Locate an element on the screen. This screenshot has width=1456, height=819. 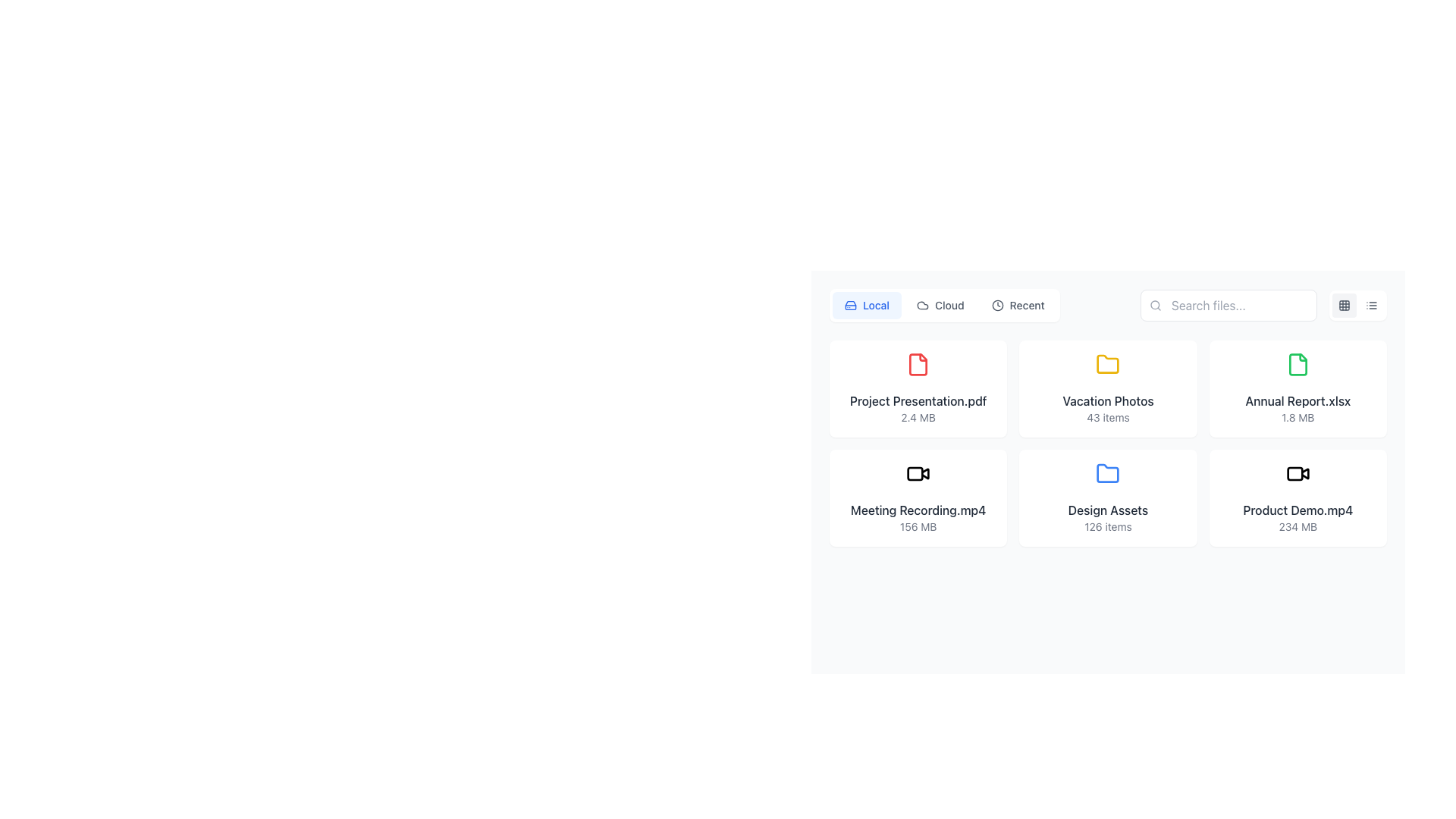
the 'Vacation Photos' text label, which is styled in medium-weight gray font and positioned centrally is located at coordinates (1108, 400).